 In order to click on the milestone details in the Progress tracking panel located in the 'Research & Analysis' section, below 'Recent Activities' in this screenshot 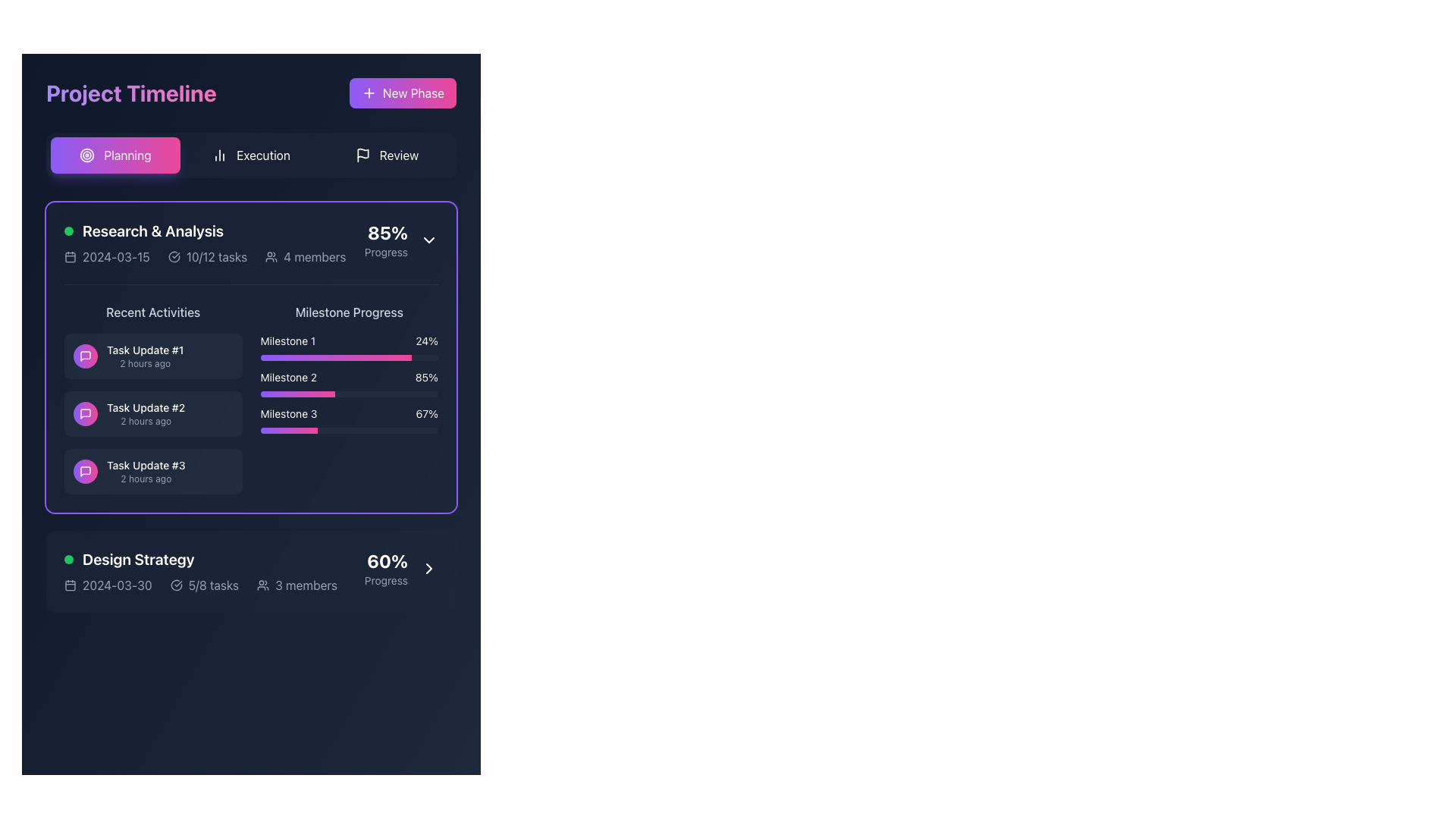, I will do `click(348, 397)`.